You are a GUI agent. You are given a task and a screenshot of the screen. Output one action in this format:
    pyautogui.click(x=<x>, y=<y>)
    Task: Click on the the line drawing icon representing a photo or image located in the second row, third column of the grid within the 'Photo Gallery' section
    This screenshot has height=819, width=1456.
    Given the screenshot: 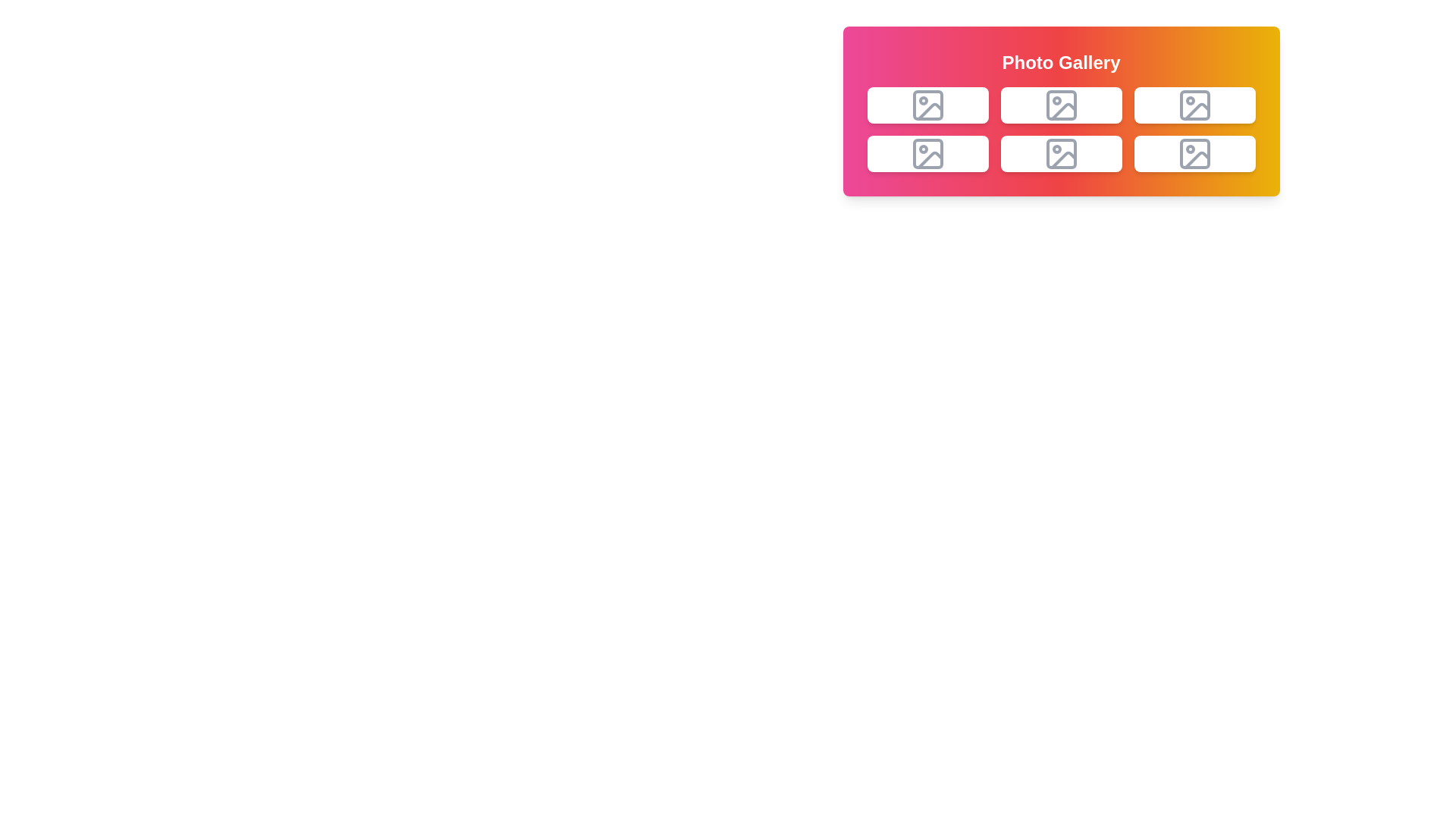 What is the action you would take?
    pyautogui.click(x=1060, y=154)
    